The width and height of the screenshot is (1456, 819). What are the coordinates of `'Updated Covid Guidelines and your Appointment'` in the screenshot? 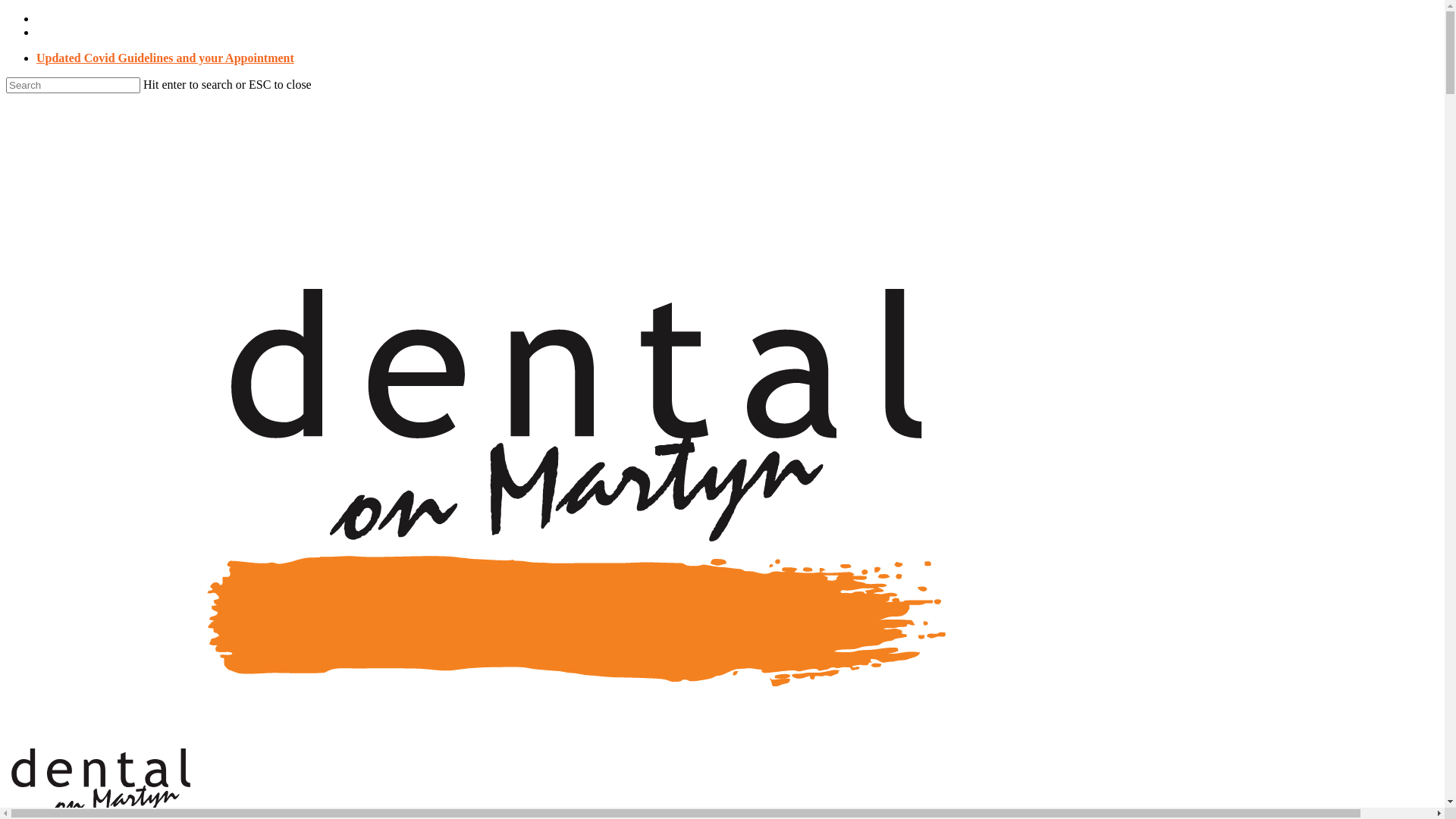 It's located at (165, 57).